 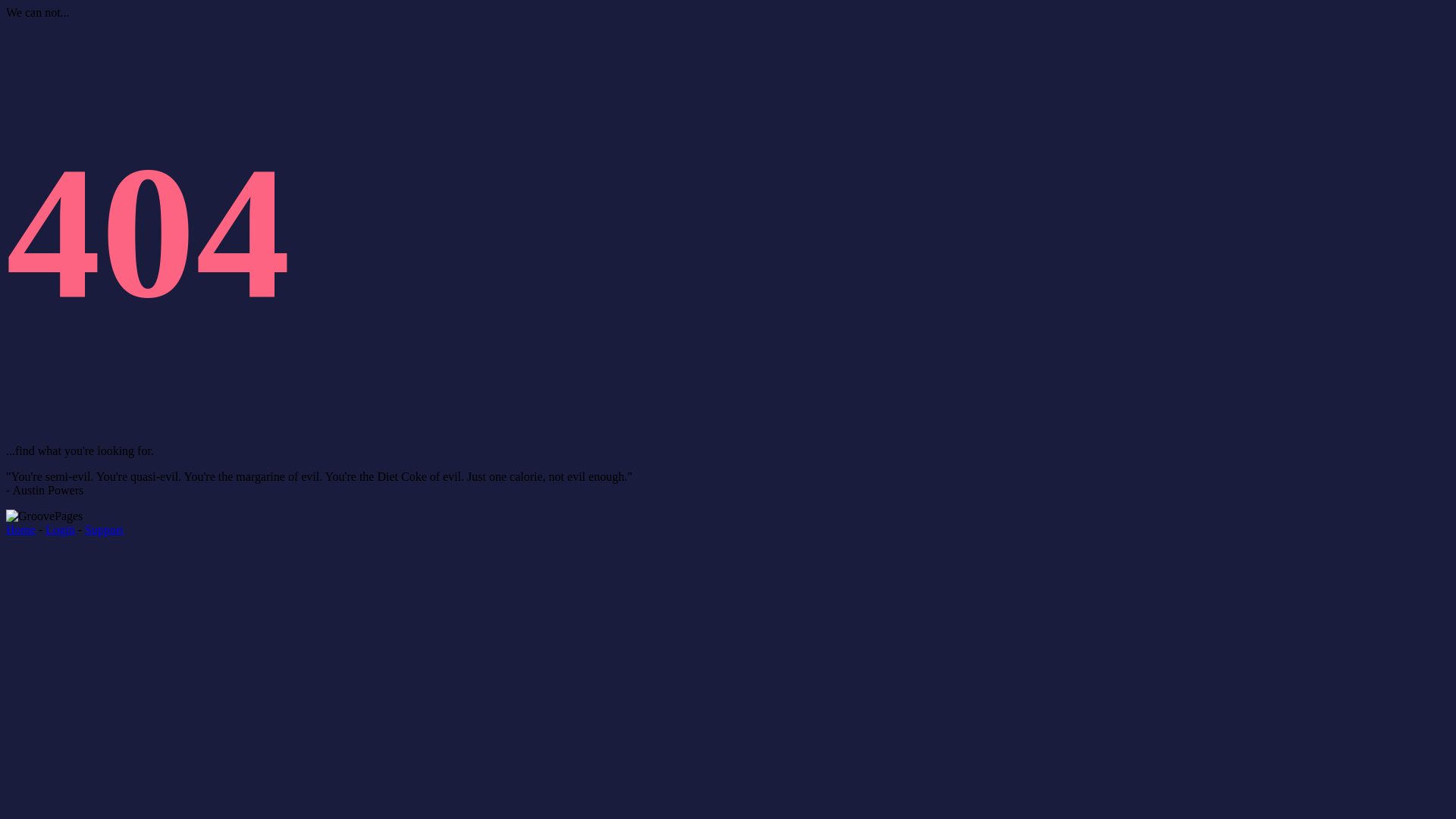 What do you see at coordinates (59, 529) in the screenshot?
I see `'Login'` at bounding box center [59, 529].